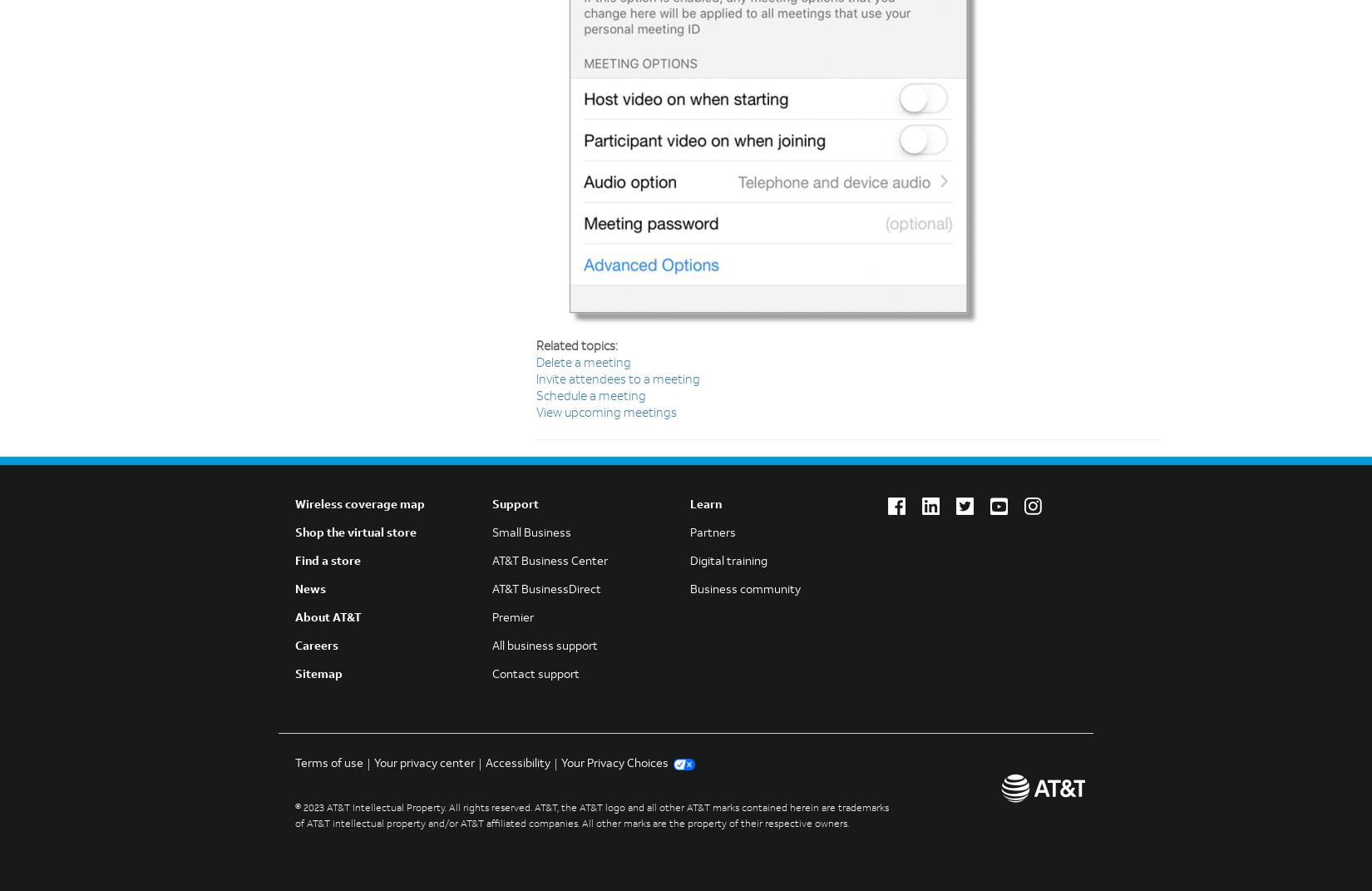  Describe the element at coordinates (583, 364) in the screenshot. I see `'Delete a meeting'` at that location.